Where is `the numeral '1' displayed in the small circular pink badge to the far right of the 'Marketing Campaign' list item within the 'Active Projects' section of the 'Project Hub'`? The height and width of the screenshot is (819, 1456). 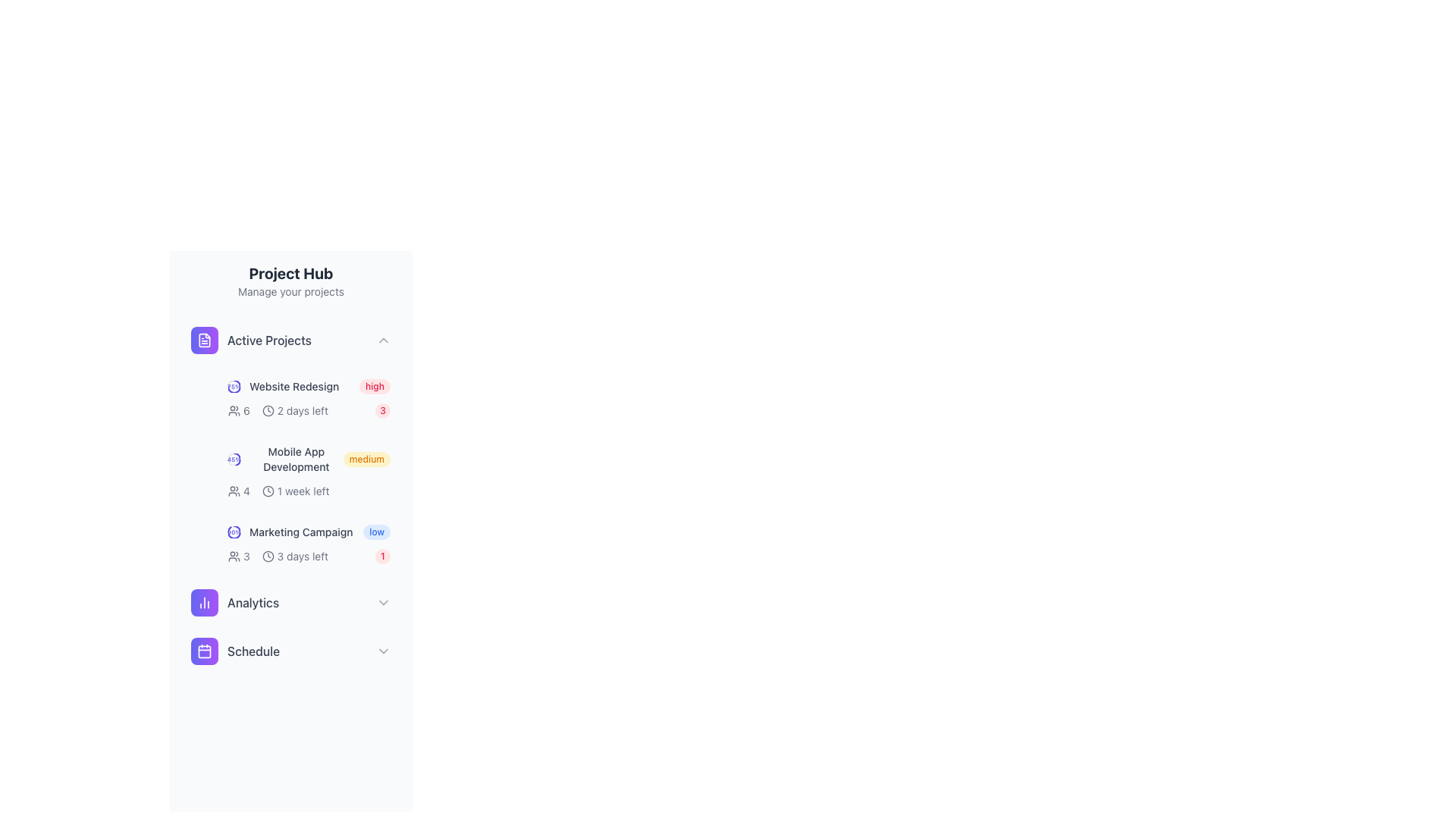
the numeral '1' displayed in the small circular pink badge to the far right of the 'Marketing Campaign' list item within the 'Active Projects' section of the 'Project Hub' is located at coordinates (382, 556).